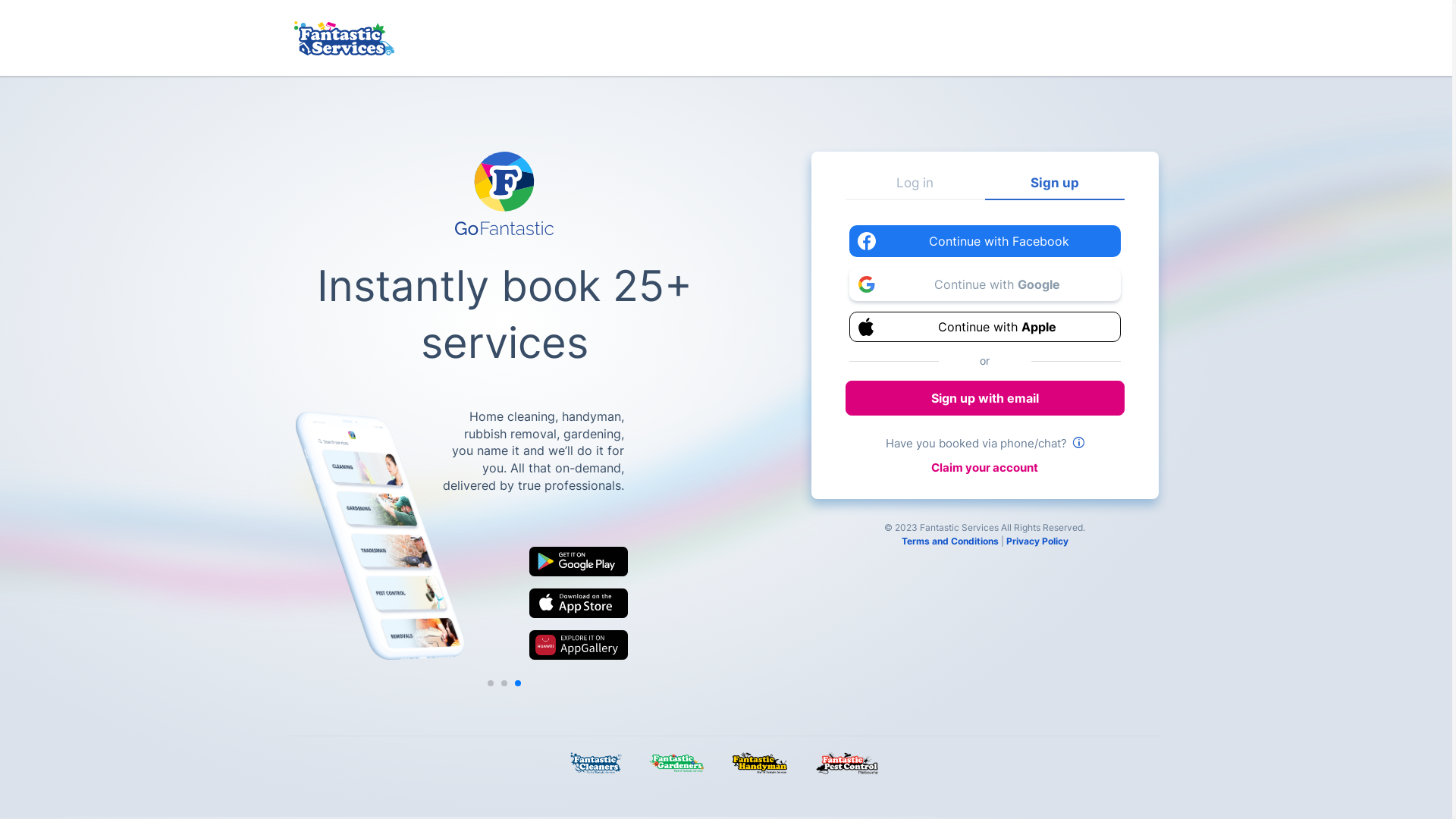  Describe the element at coordinates (570, 763) in the screenshot. I see `'Fantastic Cleaners'` at that location.